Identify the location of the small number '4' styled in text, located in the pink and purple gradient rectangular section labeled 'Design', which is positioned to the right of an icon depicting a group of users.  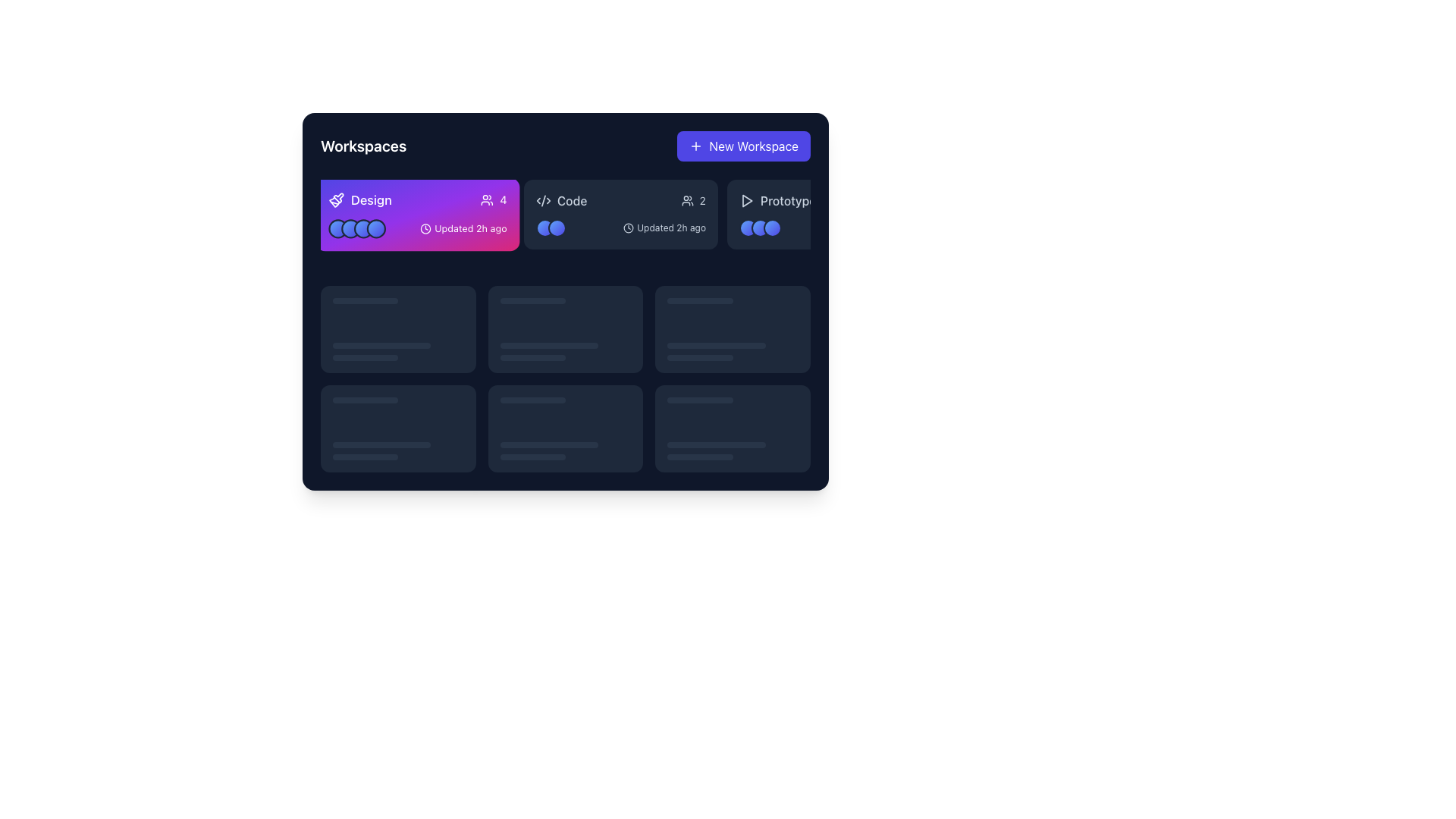
(503, 199).